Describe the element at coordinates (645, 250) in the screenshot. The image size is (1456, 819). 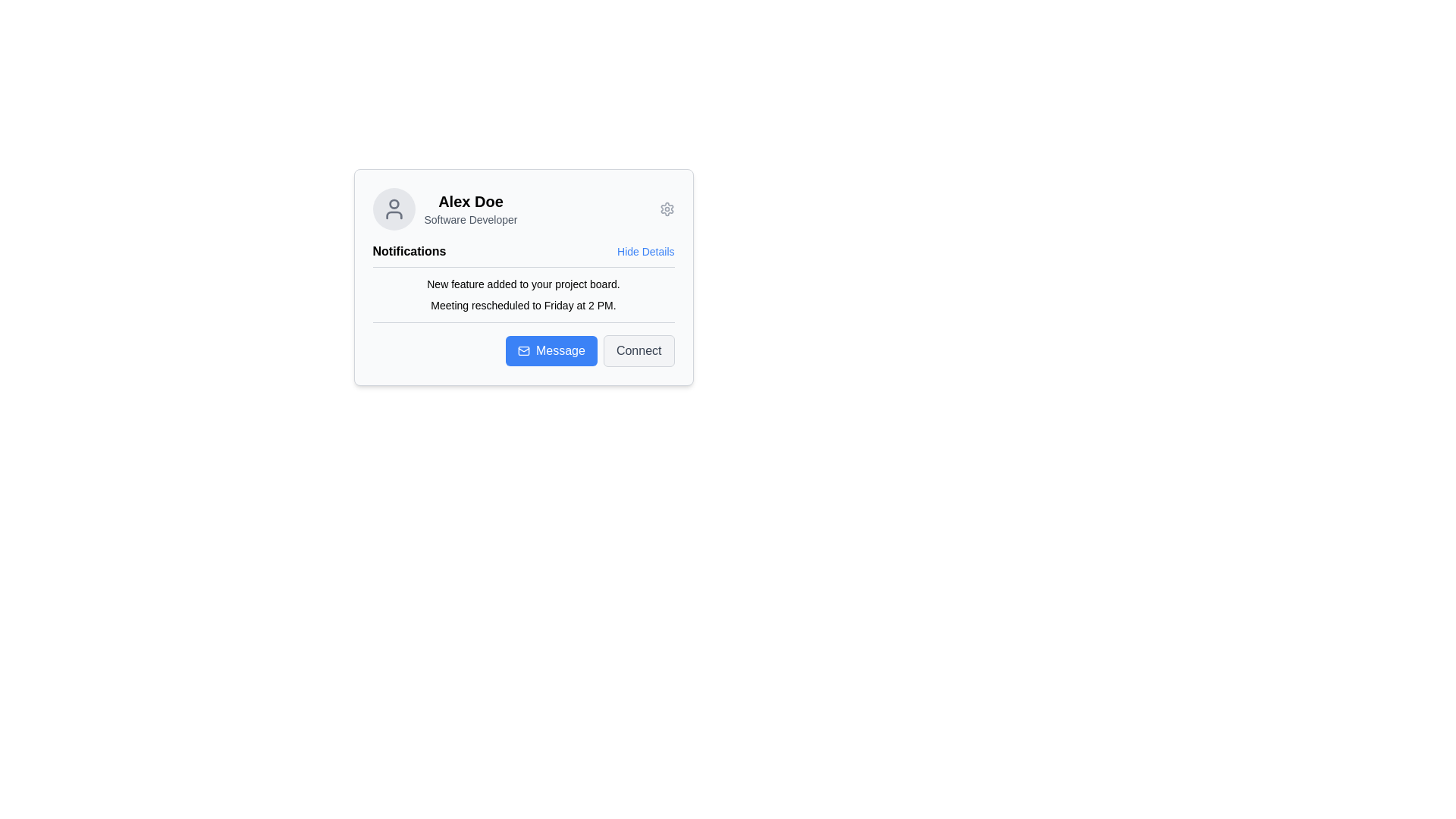
I see `the 'Hide Details' link, which is a blue, underlined text label positioned in the top-right corner of the 'Notifications' area` at that location.